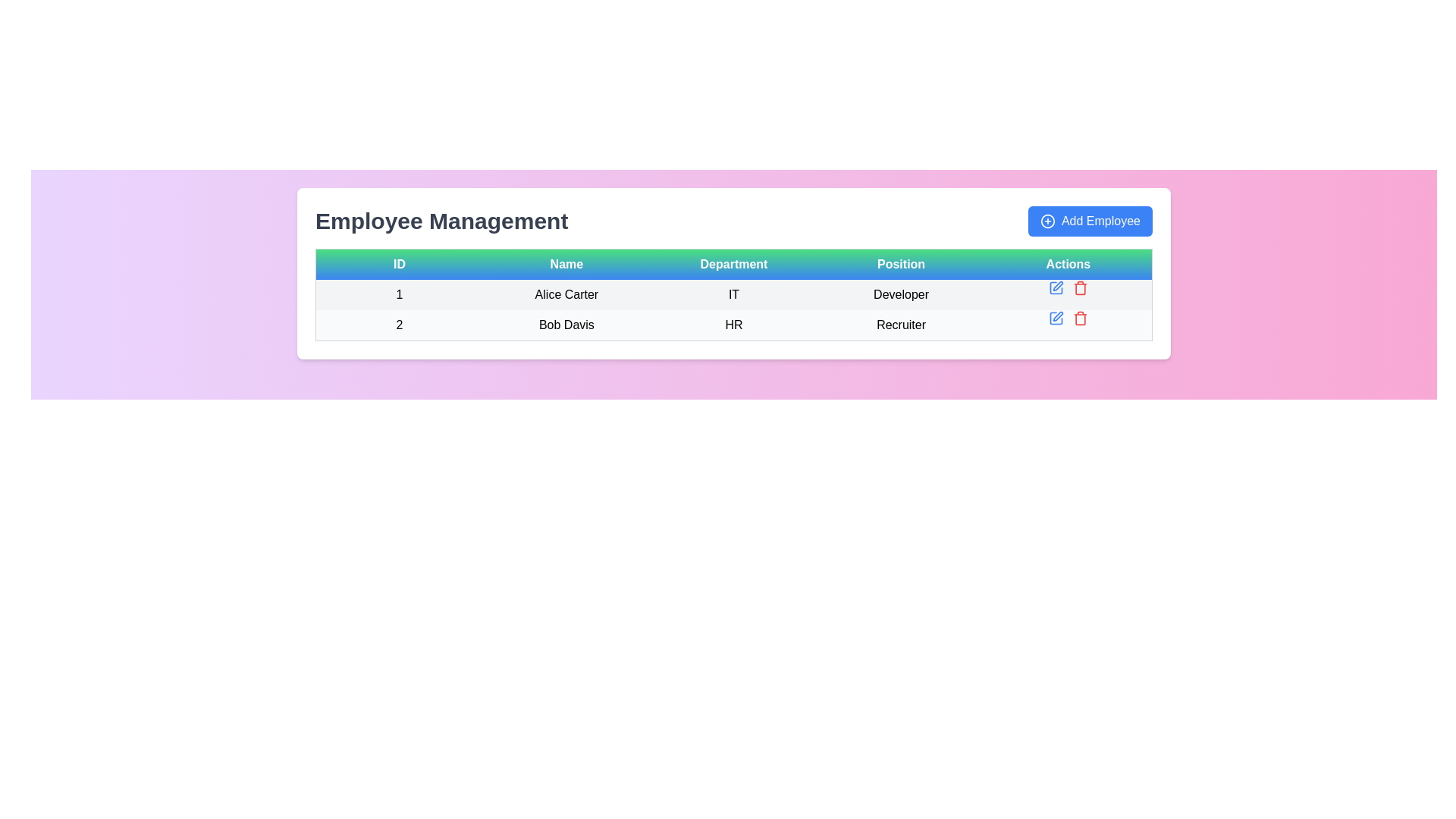 The image size is (1456, 819). What do you see at coordinates (566, 325) in the screenshot?
I see `the text label displaying the name of the employee 'Bob Davis' located in the second row under the 'Name' column of the employee management table` at bounding box center [566, 325].